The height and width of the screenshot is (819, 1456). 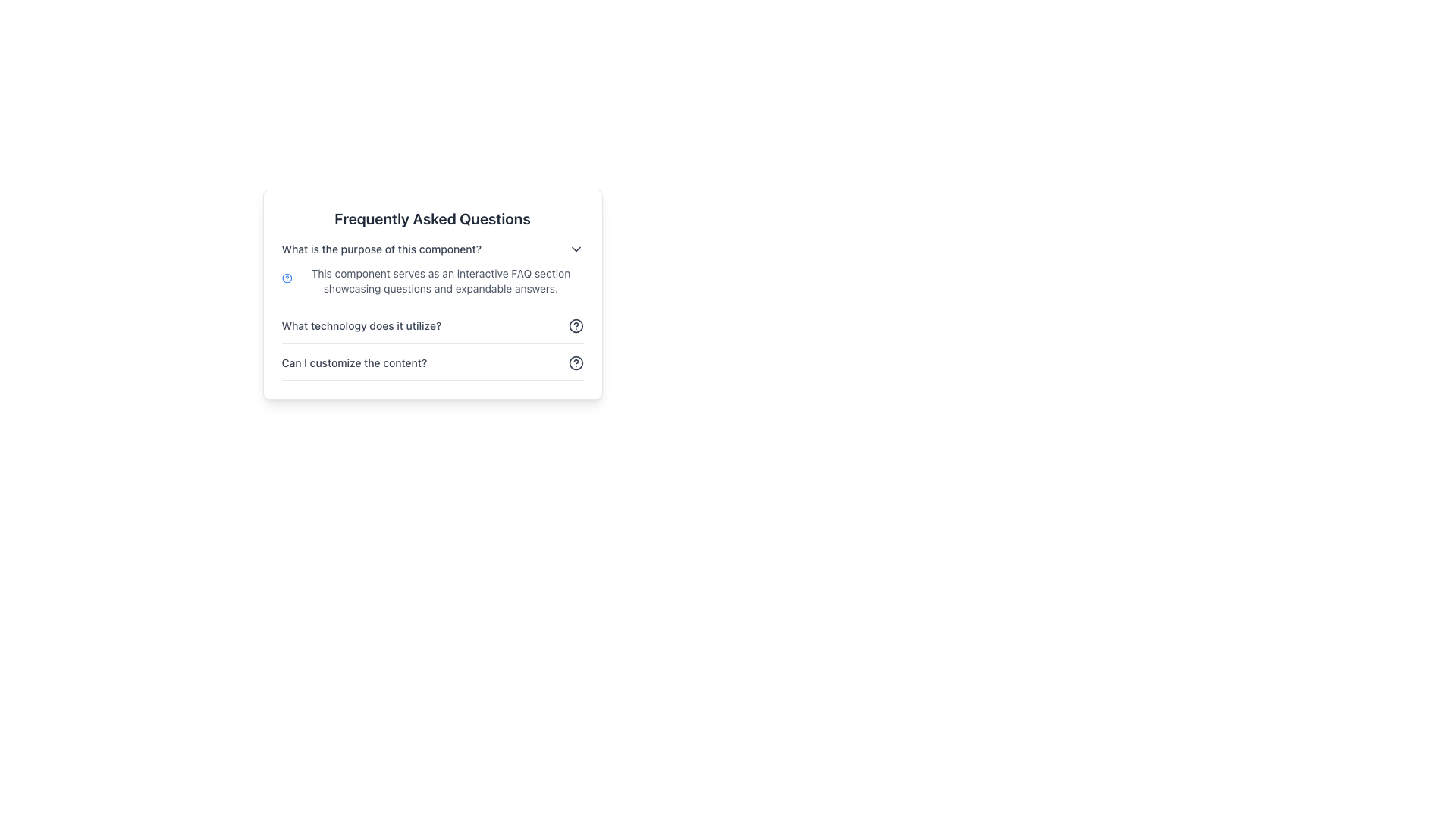 I want to click on the dropdown indicator icon located at the far-right of the FAQ entry titled 'What is the purpose of this component?' to possibly highlight it, so click(x=575, y=248).